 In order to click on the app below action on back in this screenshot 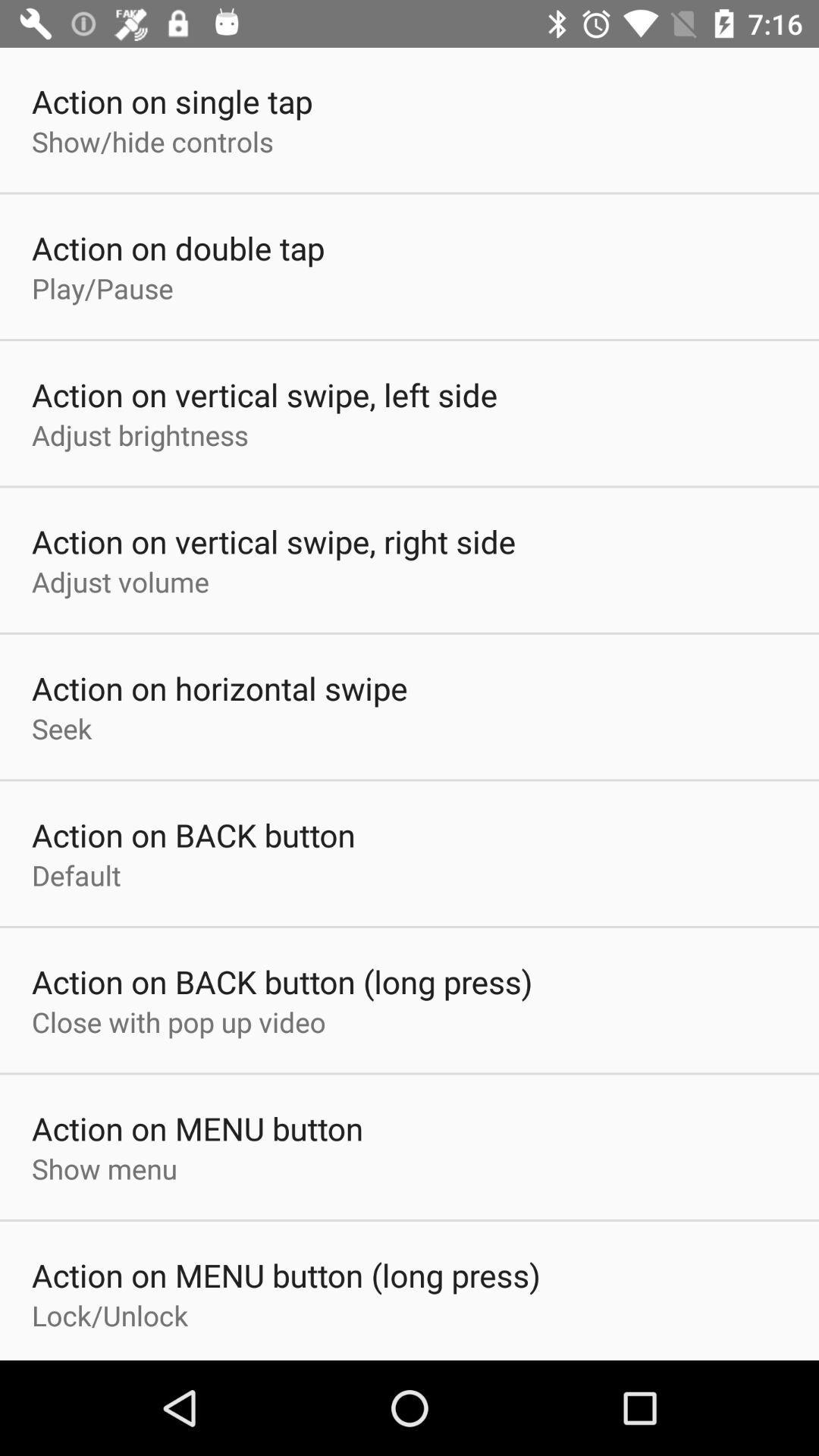, I will do `click(76, 875)`.